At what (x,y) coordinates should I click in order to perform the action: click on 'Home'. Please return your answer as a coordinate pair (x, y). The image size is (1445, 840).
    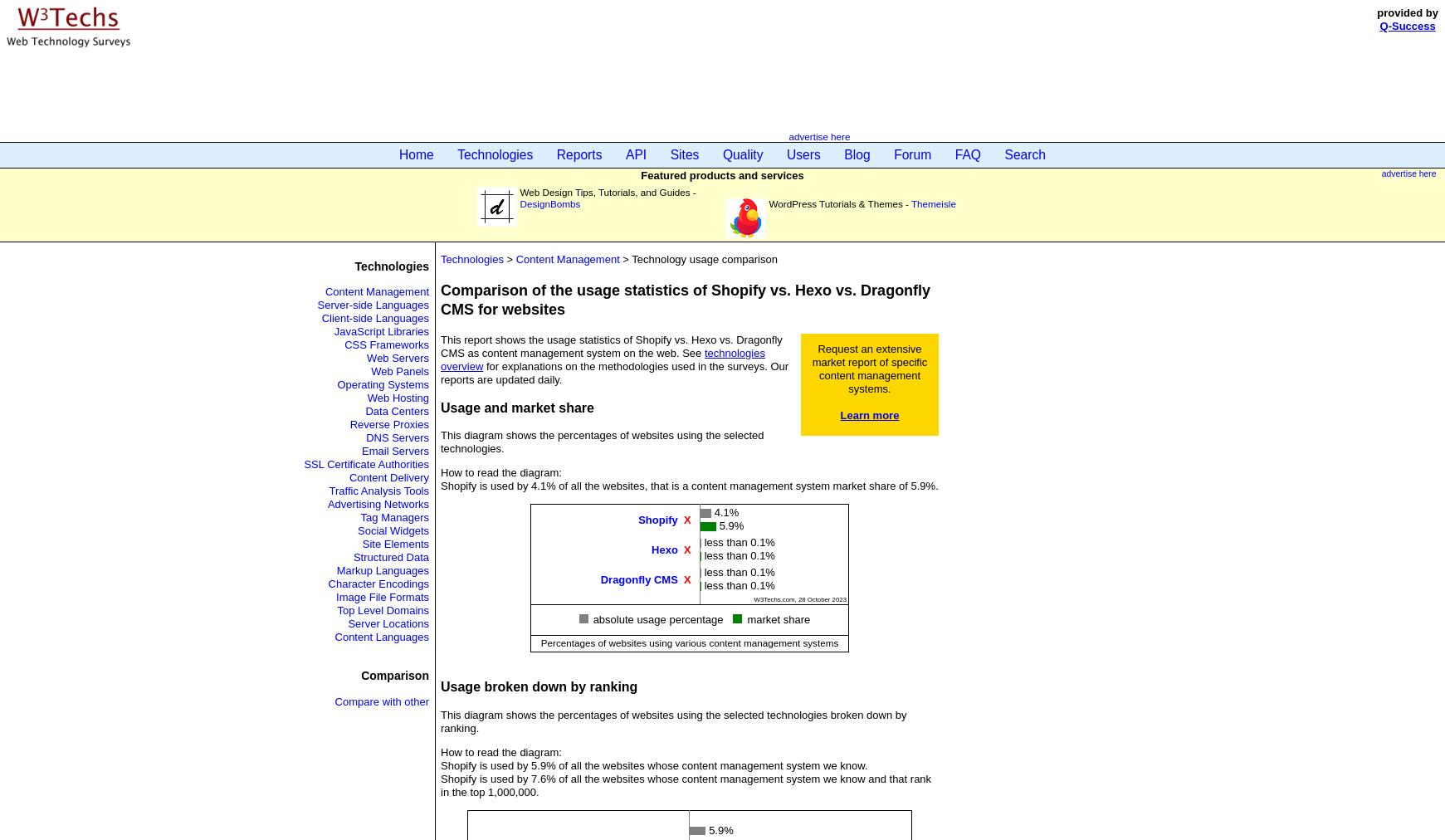
    Looking at the image, I should click on (415, 154).